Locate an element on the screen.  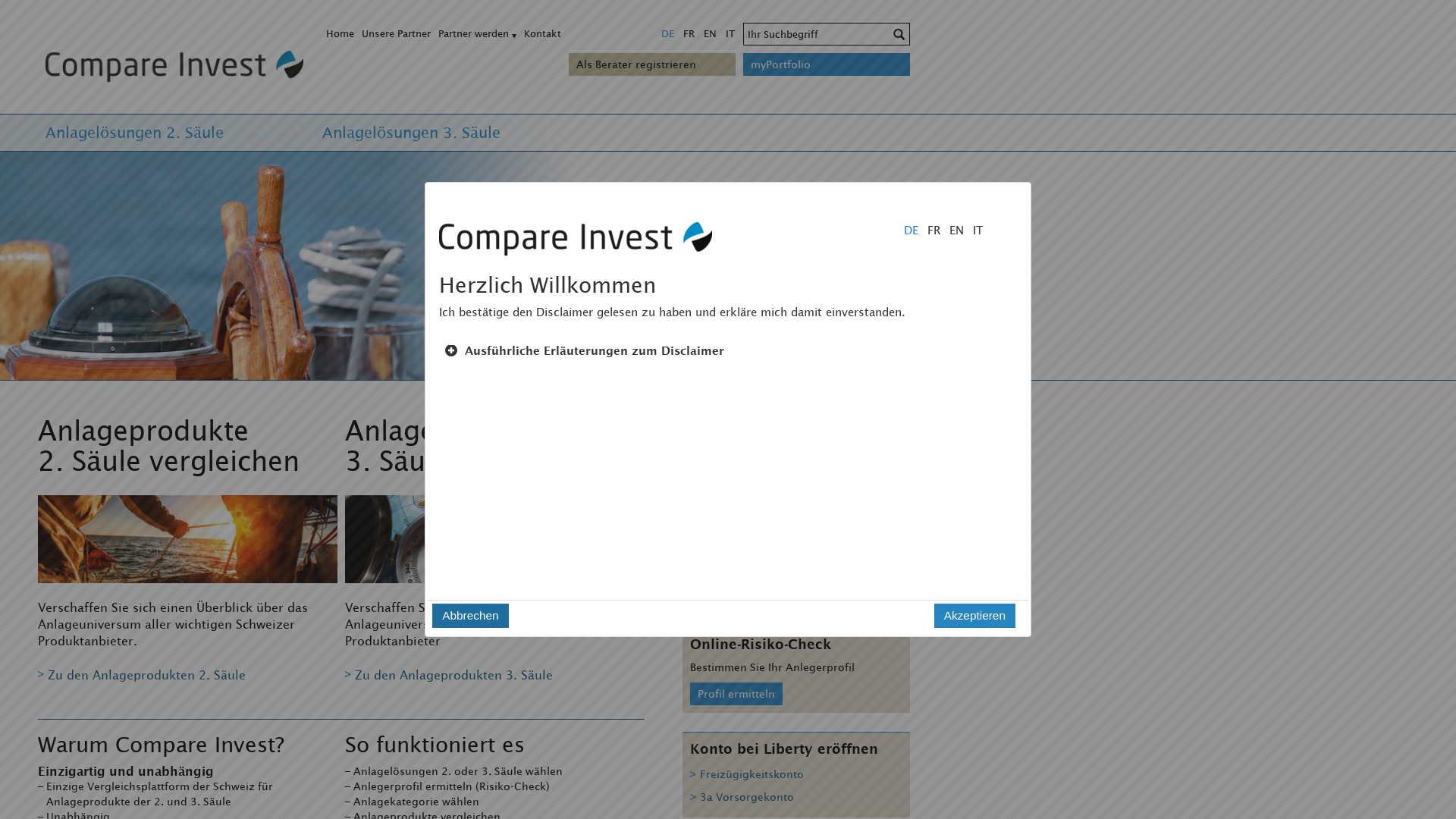
'Akzeptieren' is located at coordinates (974, 616).